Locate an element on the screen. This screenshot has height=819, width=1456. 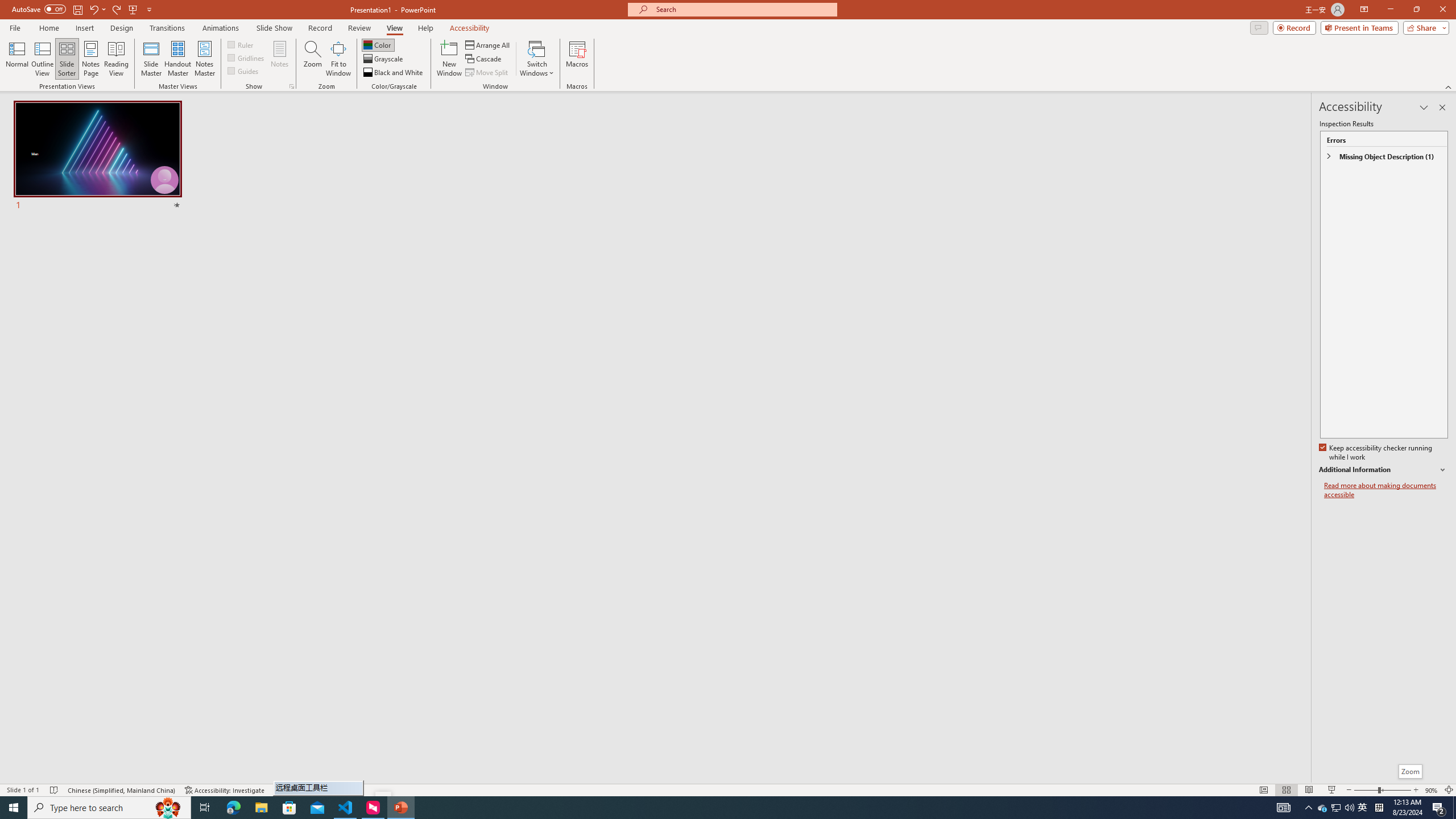
'Grid Settings...' is located at coordinates (292, 85).